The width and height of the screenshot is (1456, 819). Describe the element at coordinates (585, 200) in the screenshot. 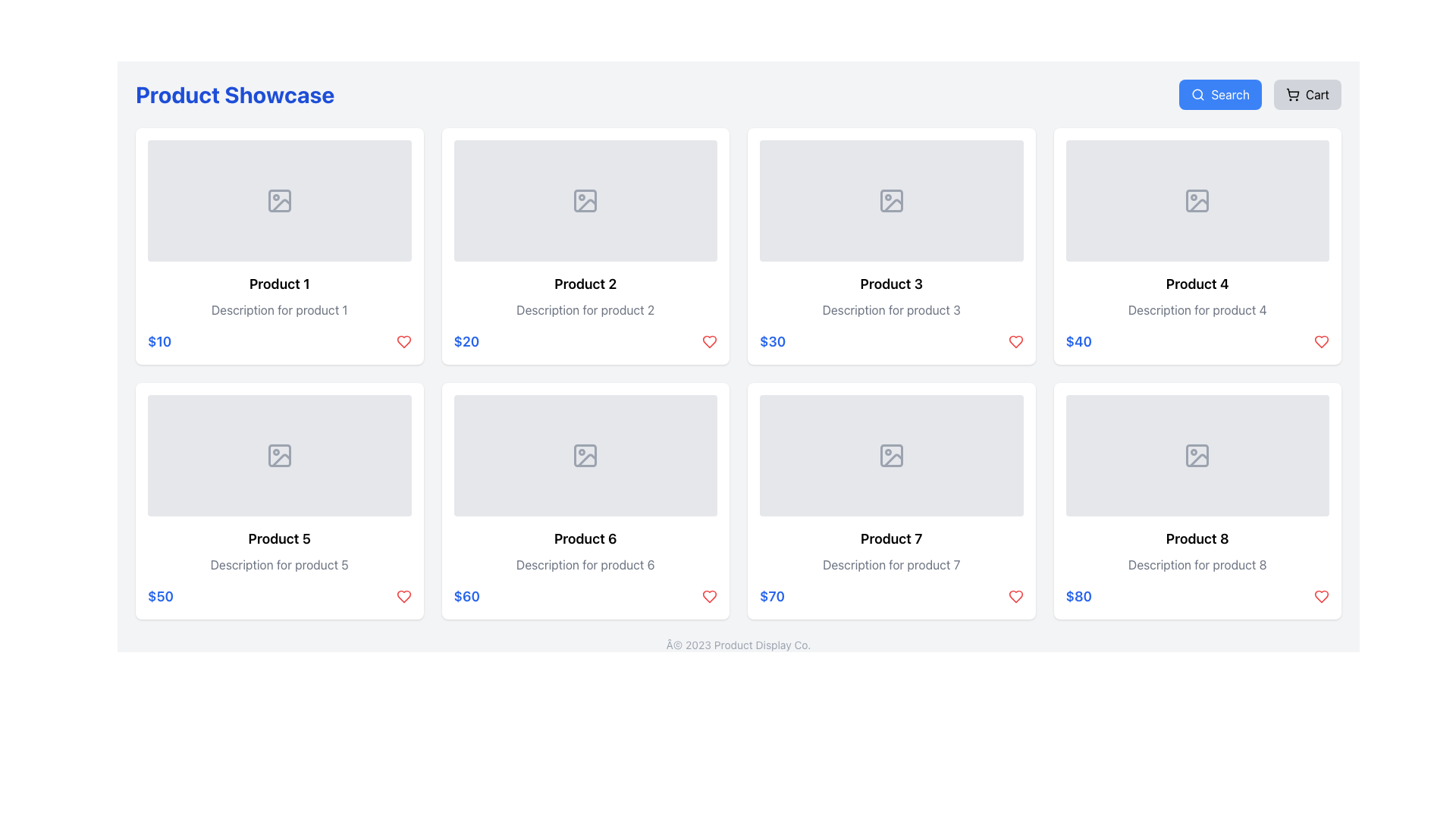

I see `the rectangle with rounded corners that serves as a placeholder image for 'Product 2' in the product grid` at that location.